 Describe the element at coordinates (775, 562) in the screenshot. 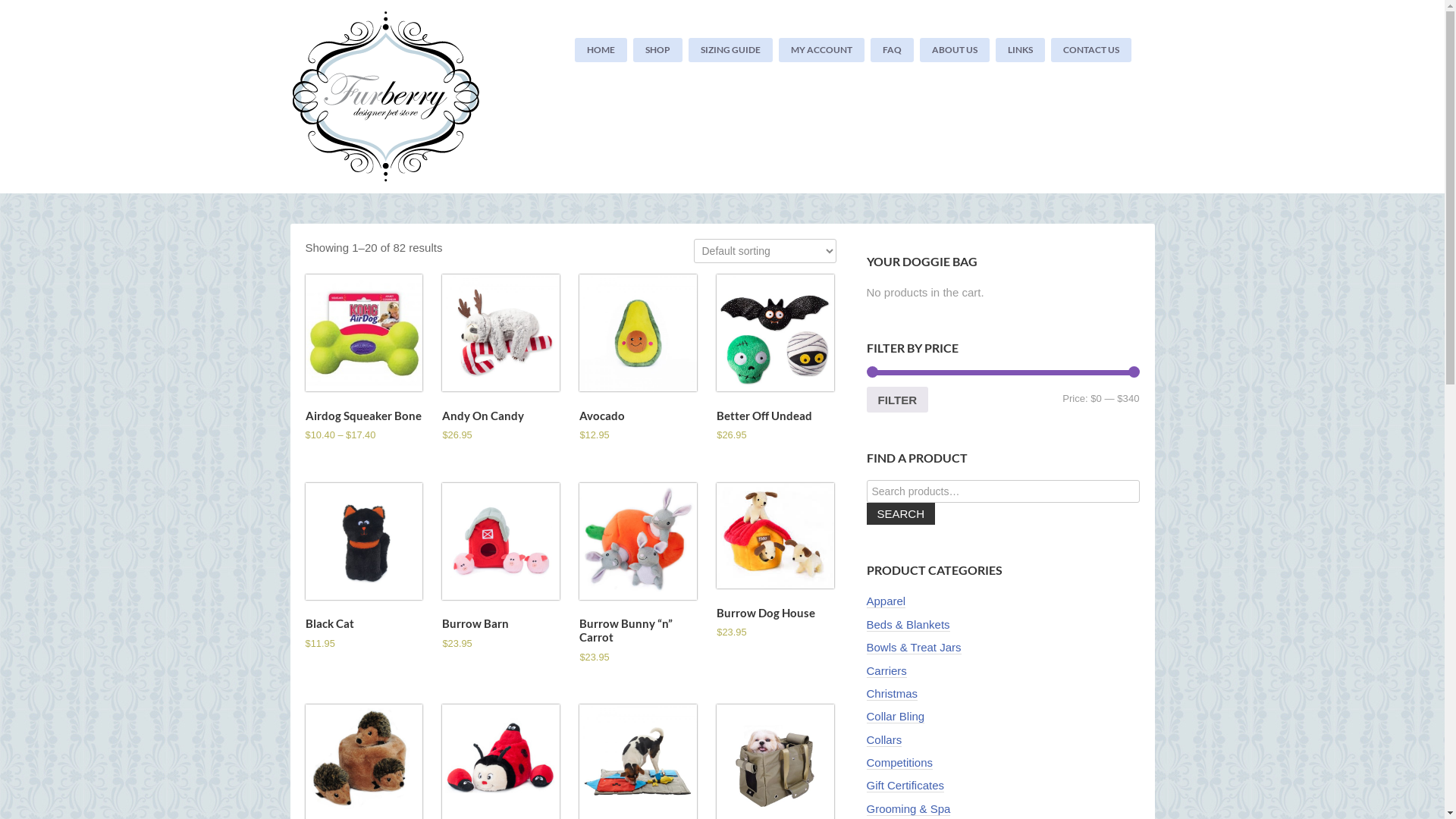

I see `'Burrow Dog House` at that location.